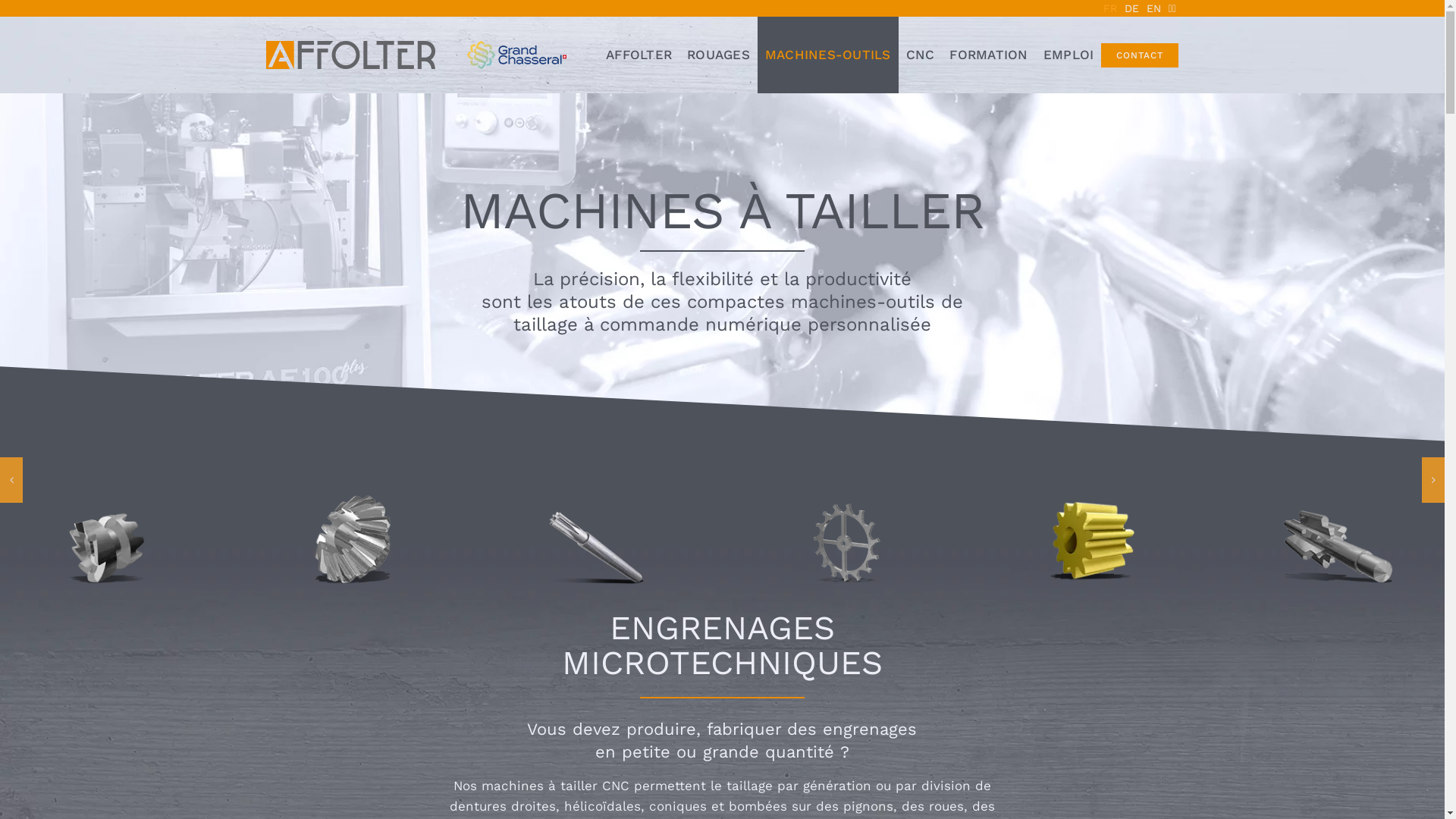  I want to click on 'engrenages', so click(870, 728).